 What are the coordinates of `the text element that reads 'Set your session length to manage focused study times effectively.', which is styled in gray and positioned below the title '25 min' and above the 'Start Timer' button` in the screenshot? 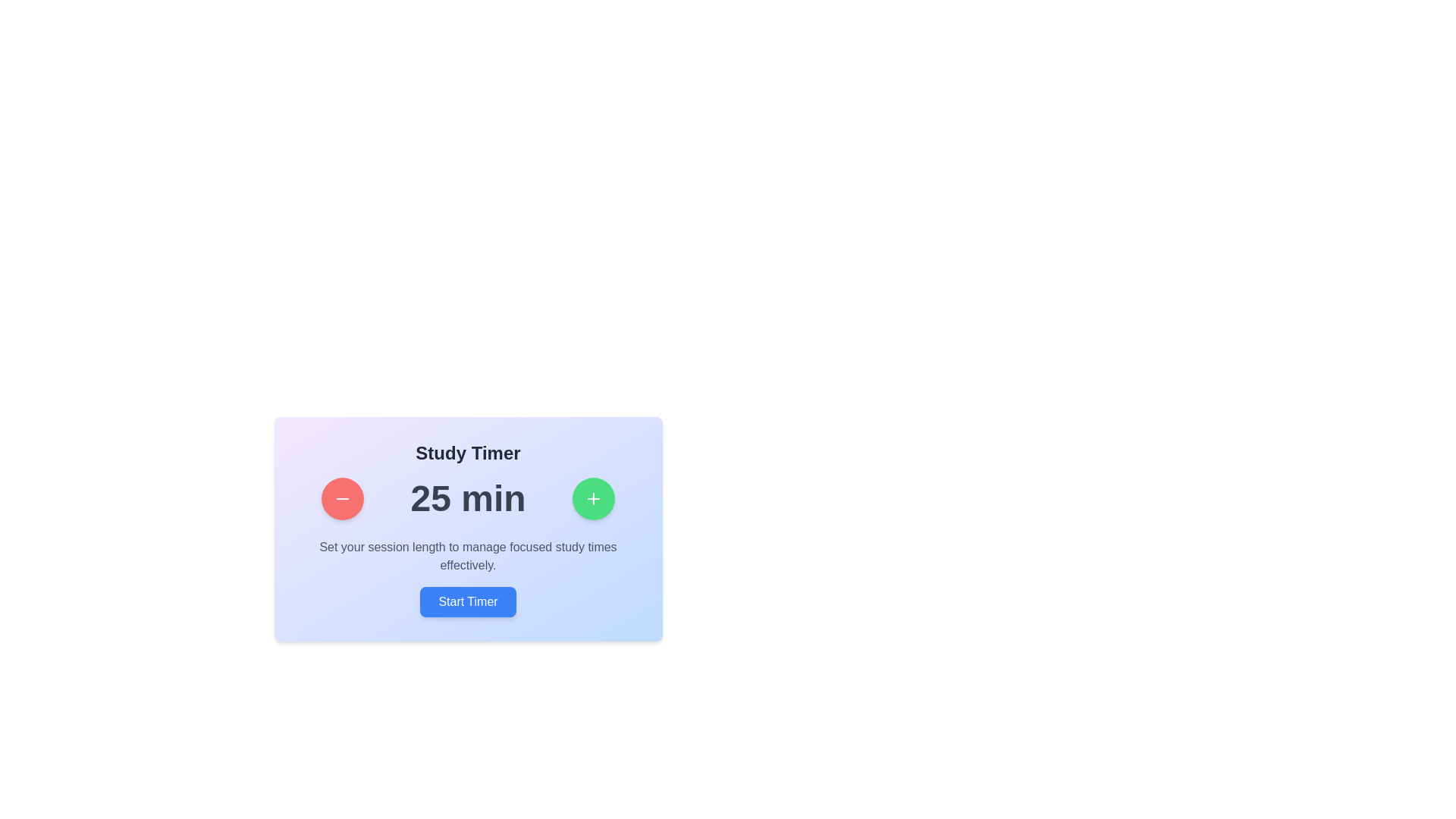 It's located at (467, 556).